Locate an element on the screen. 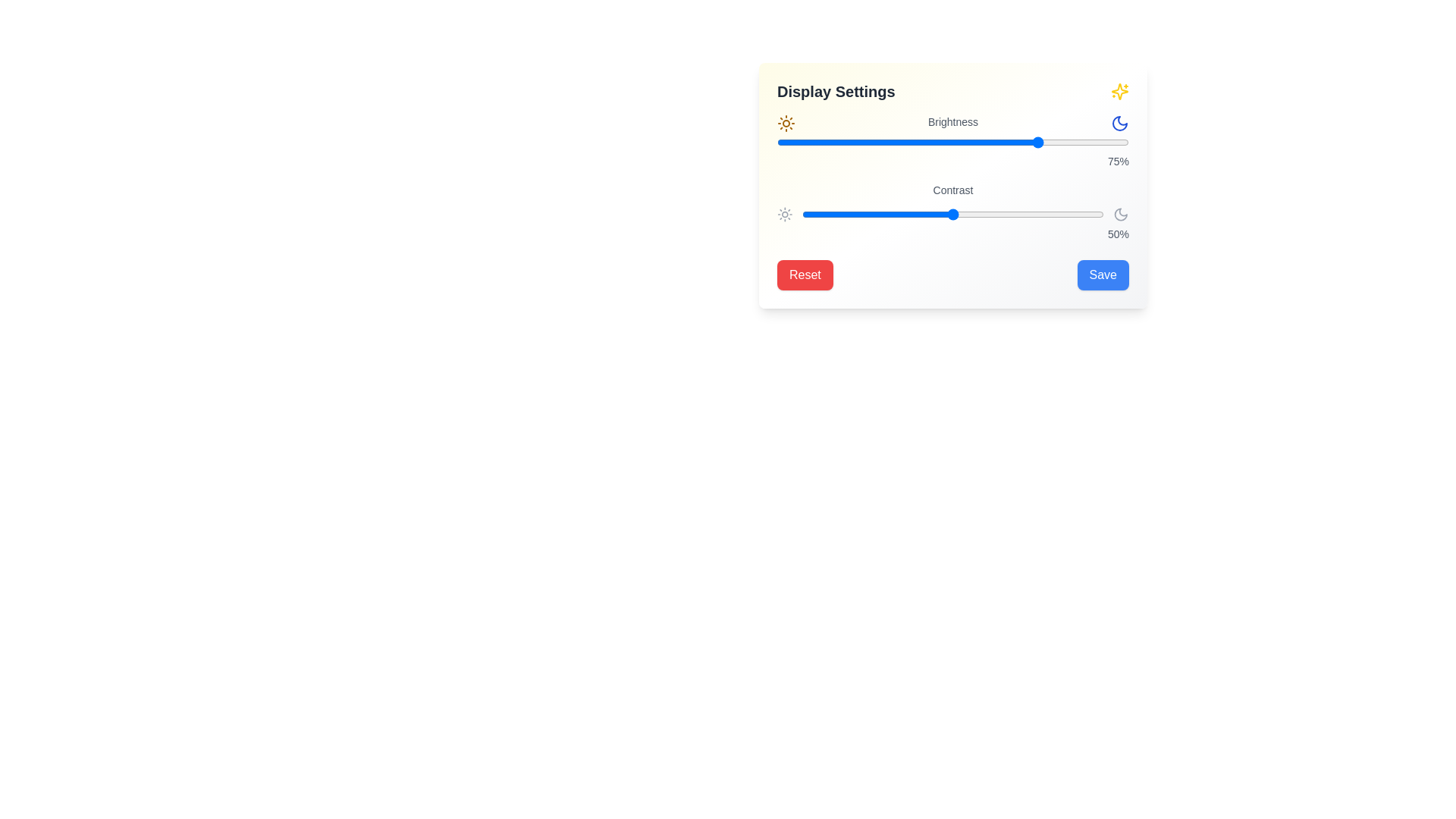  contrast is located at coordinates (986, 214).